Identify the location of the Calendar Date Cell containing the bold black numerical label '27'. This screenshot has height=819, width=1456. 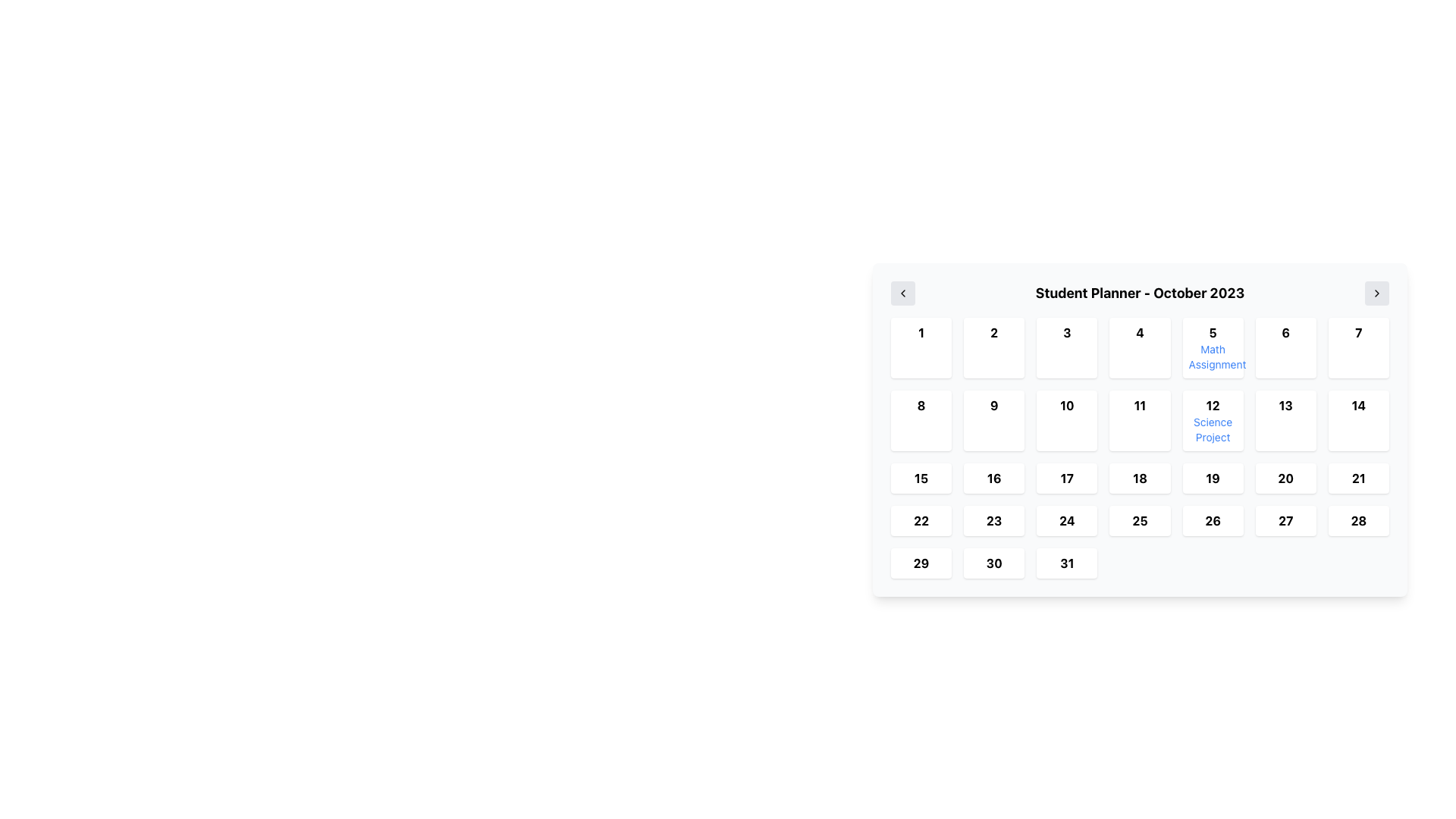
(1285, 519).